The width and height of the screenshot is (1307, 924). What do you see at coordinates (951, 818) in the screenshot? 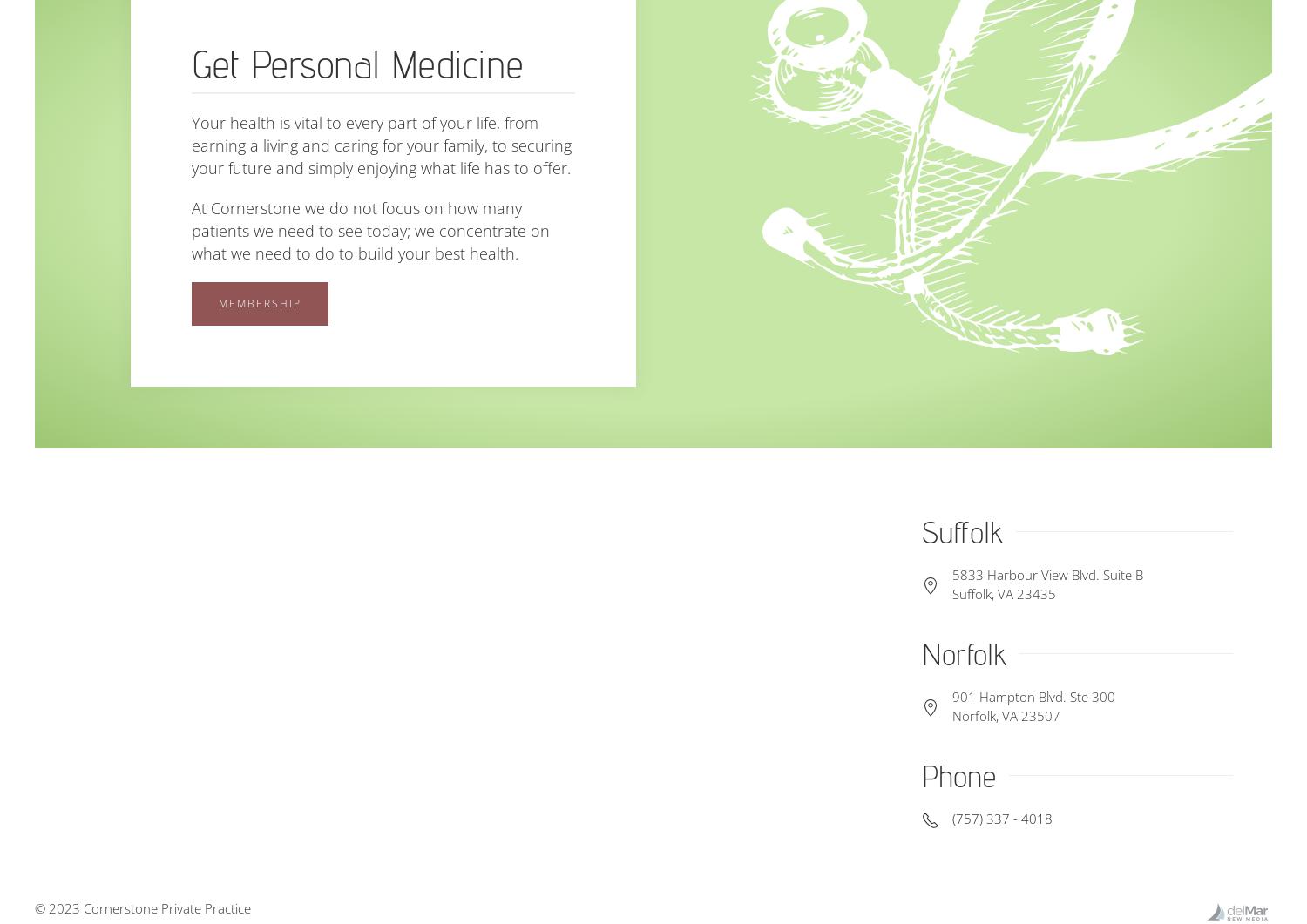
I see `'(757) 337 - 4018'` at bounding box center [951, 818].